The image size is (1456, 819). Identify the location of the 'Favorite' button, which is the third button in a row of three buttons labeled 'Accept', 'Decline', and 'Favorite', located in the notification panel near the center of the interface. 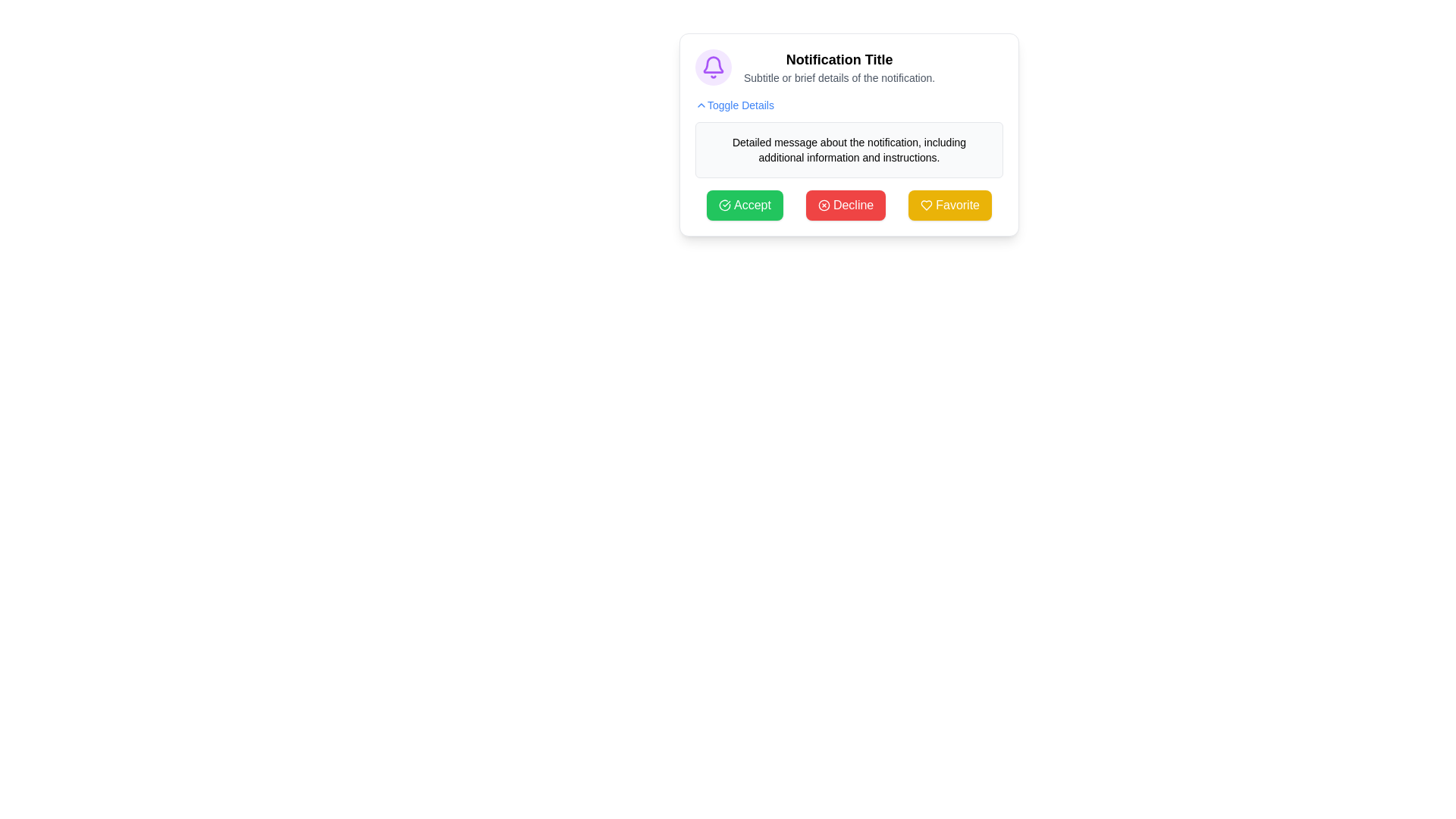
(949, 205).